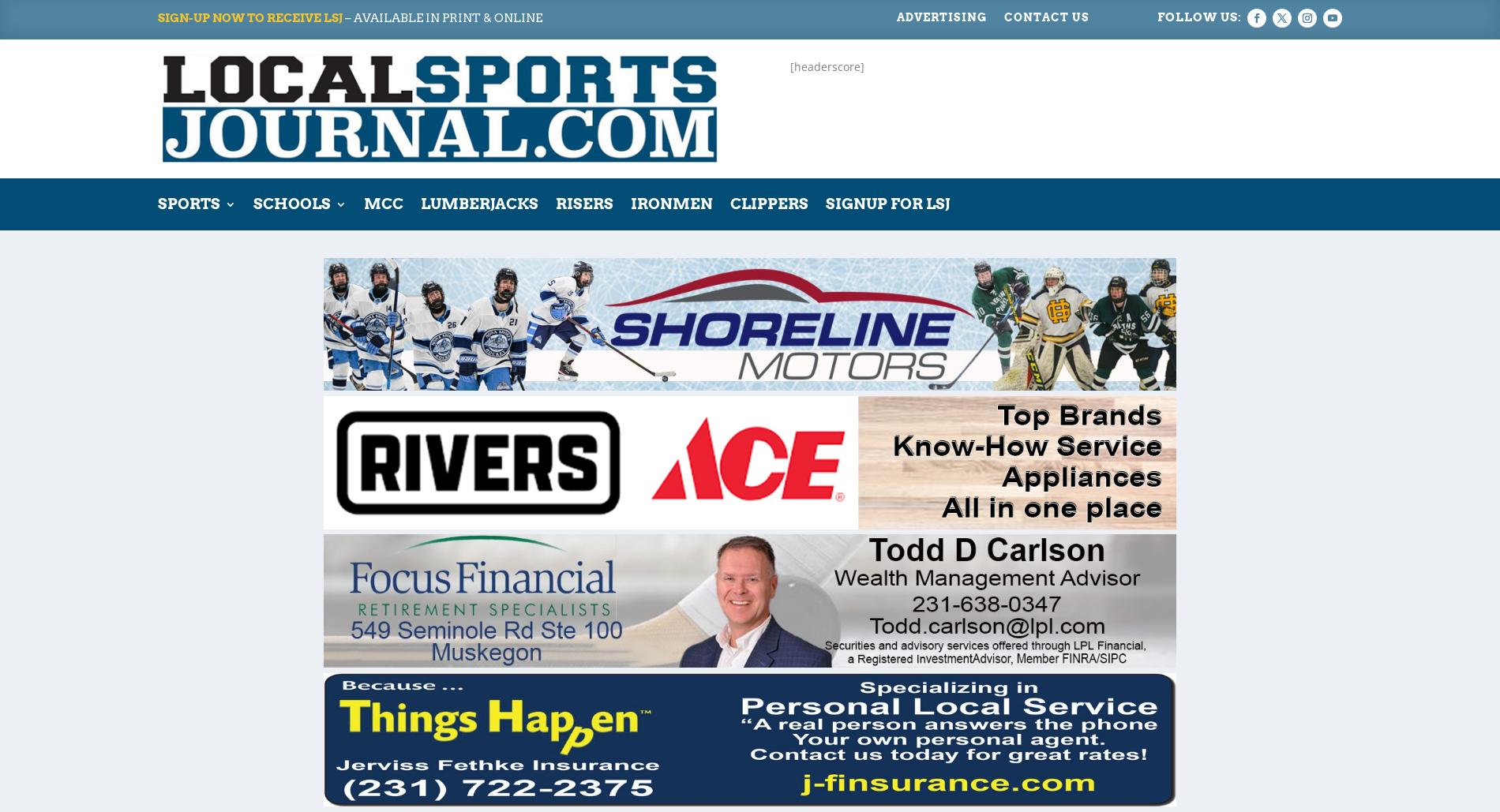  Describe the element at coordinates (249, 18) in the screenshot. I see `'SIGN-UP NOW TO RECEIVE LSJ'` at that location.